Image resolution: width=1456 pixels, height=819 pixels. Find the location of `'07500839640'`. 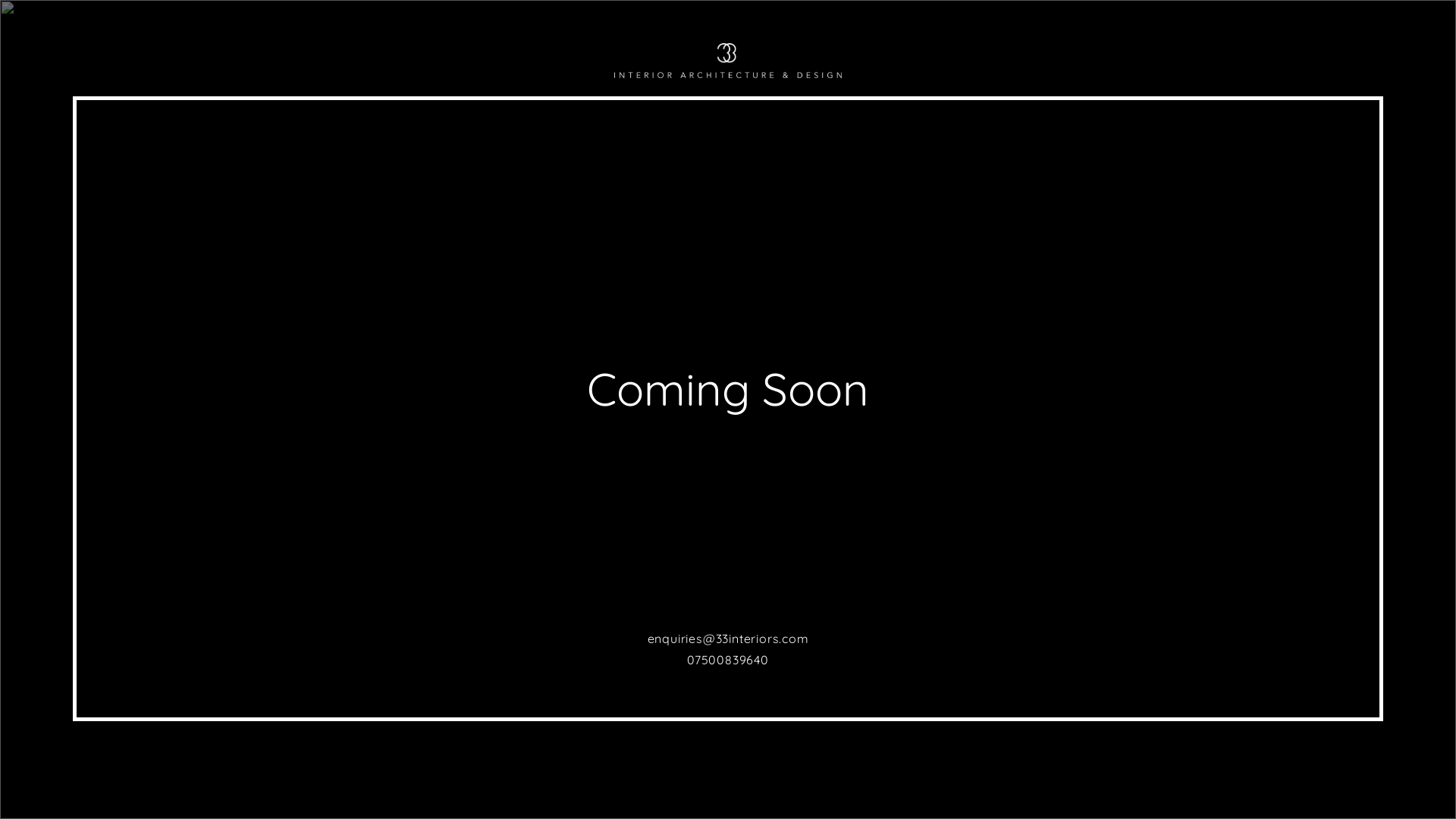

'07500839640' is located at coordinates (728, 659).